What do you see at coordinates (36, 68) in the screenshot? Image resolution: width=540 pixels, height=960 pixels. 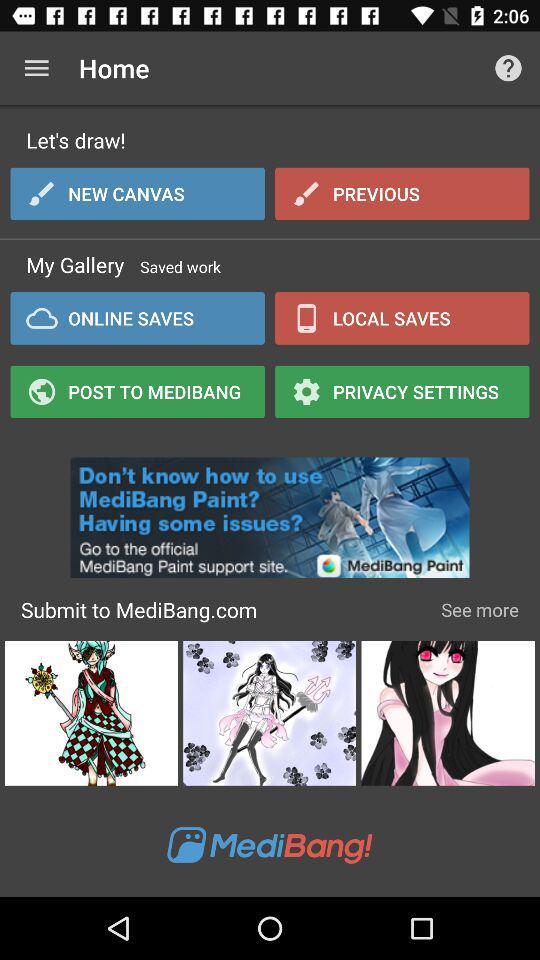 I see `the icon next to the home icon` at bounding box center [36, 68].